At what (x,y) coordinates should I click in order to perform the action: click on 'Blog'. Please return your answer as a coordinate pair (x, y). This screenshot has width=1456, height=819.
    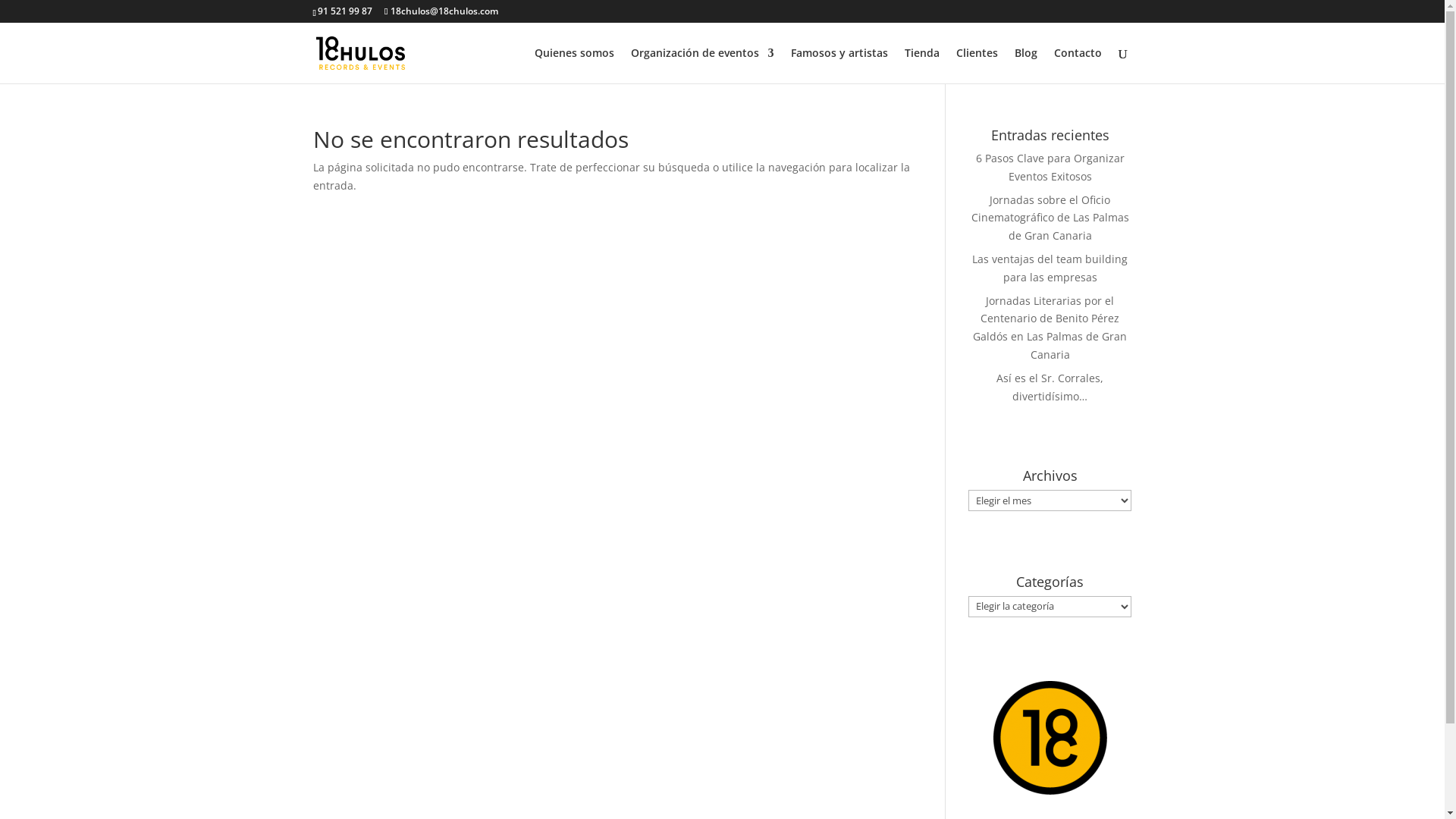
    Looking at the image, I should click on (1015, 64).